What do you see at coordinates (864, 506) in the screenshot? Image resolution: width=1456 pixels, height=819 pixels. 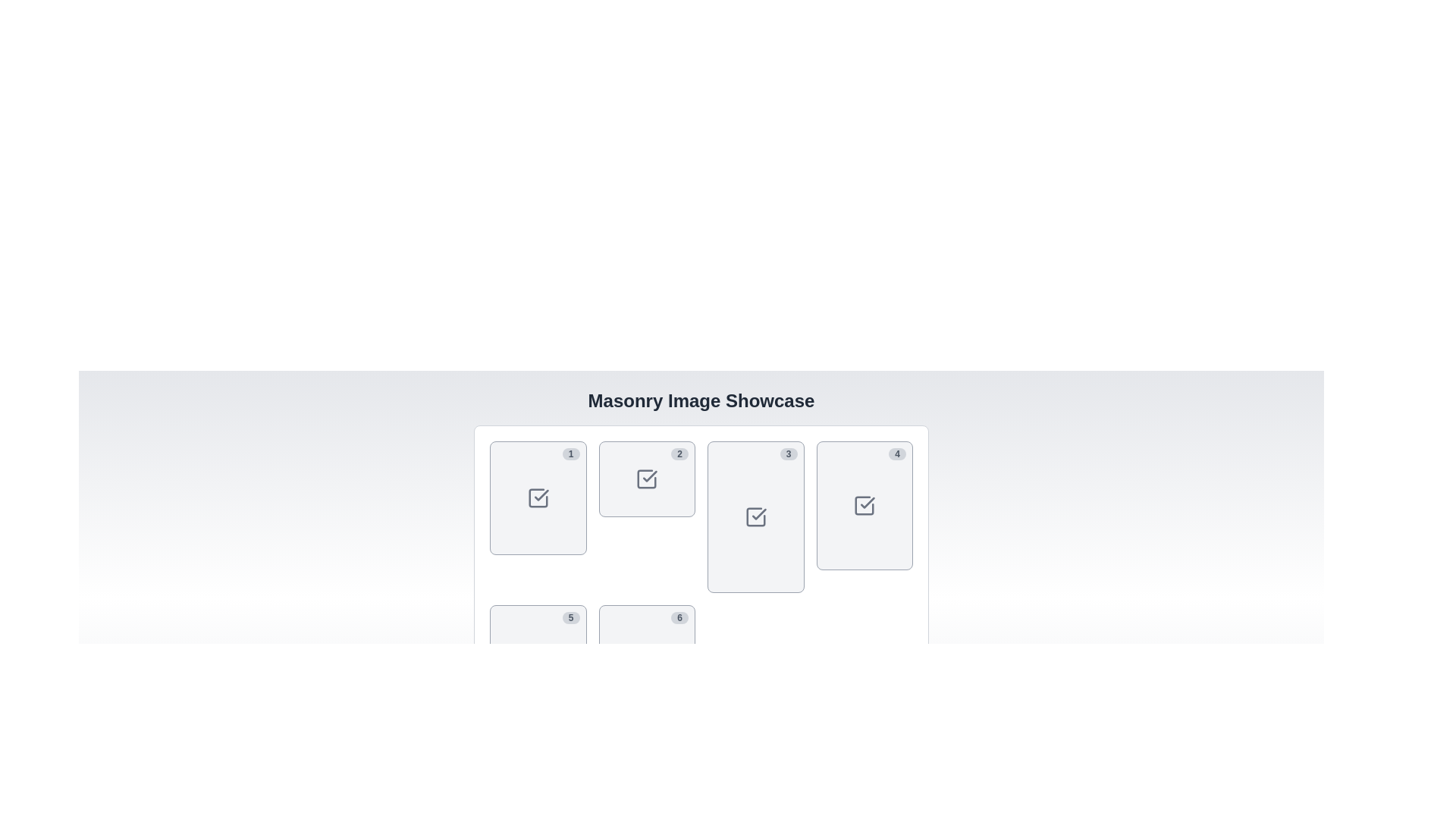 I see `the fourth card element in a grid layout, which serves as a visual card component representing an item or selection option` at bounding box center [864, 506].